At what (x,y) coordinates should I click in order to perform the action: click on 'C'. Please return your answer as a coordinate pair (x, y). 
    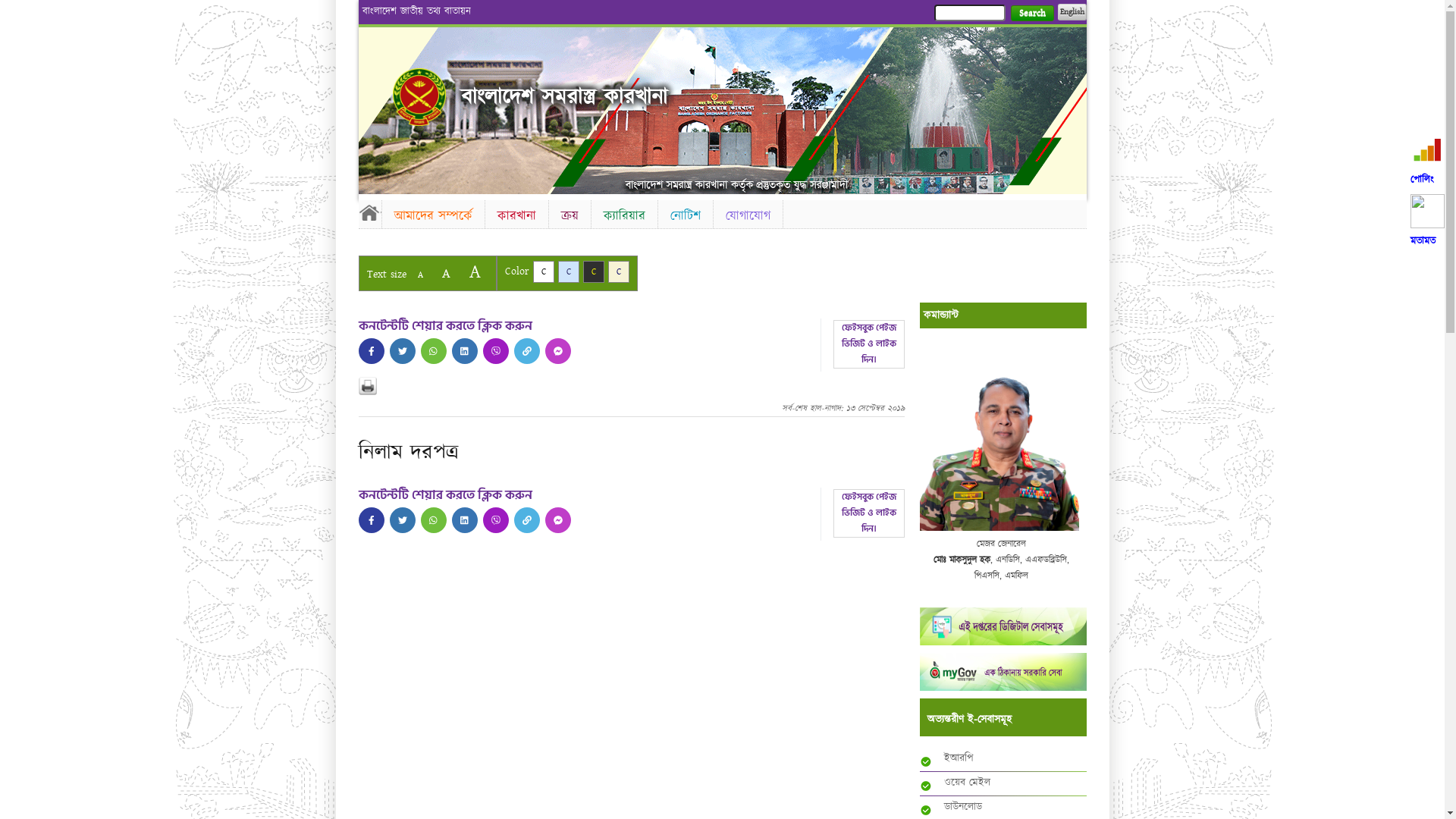
    Looking at the image, I should click on (619, 271).